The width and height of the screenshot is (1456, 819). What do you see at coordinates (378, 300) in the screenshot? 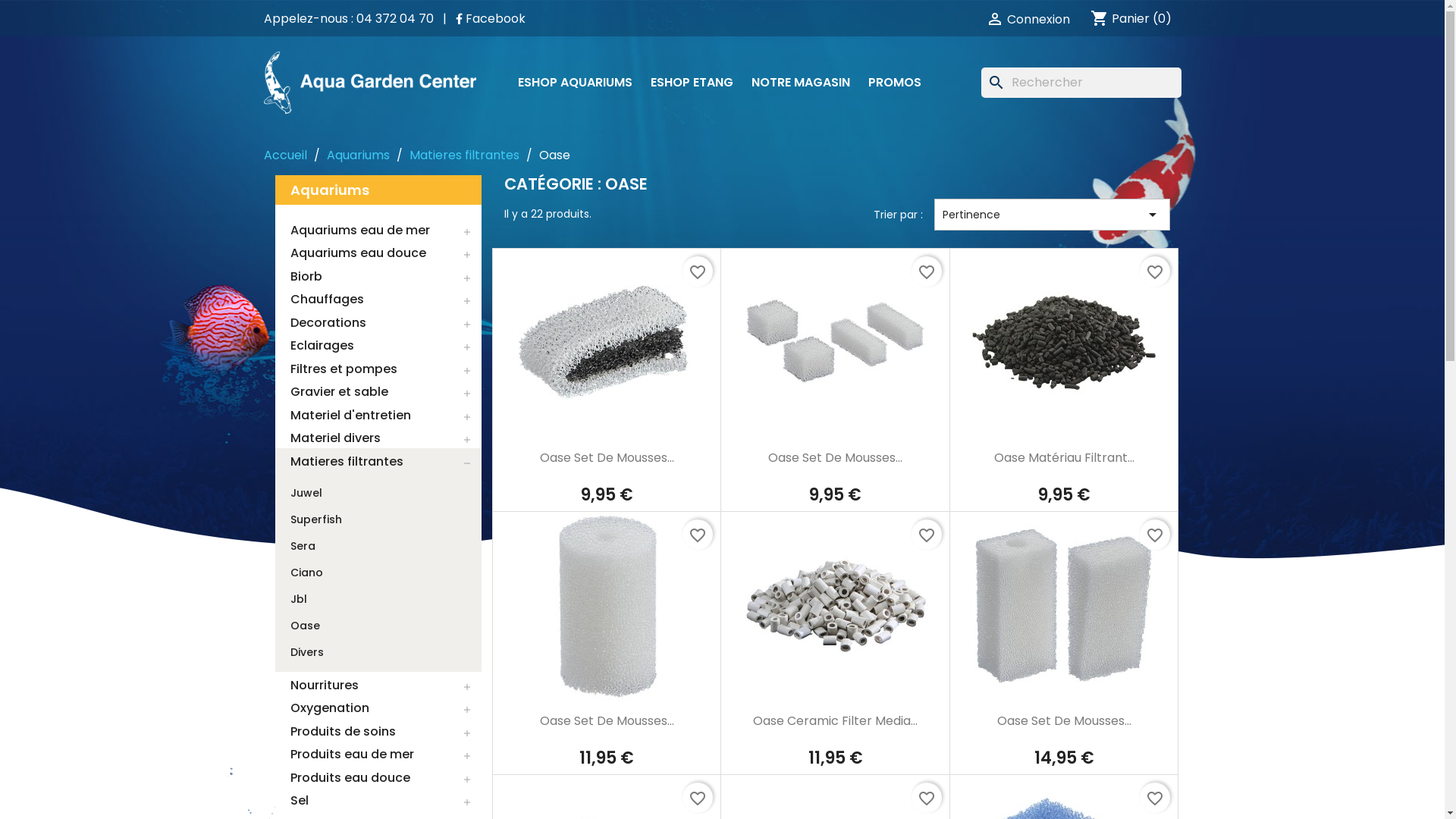
I see `'Chauffages'` at bounding box center [378, 300].